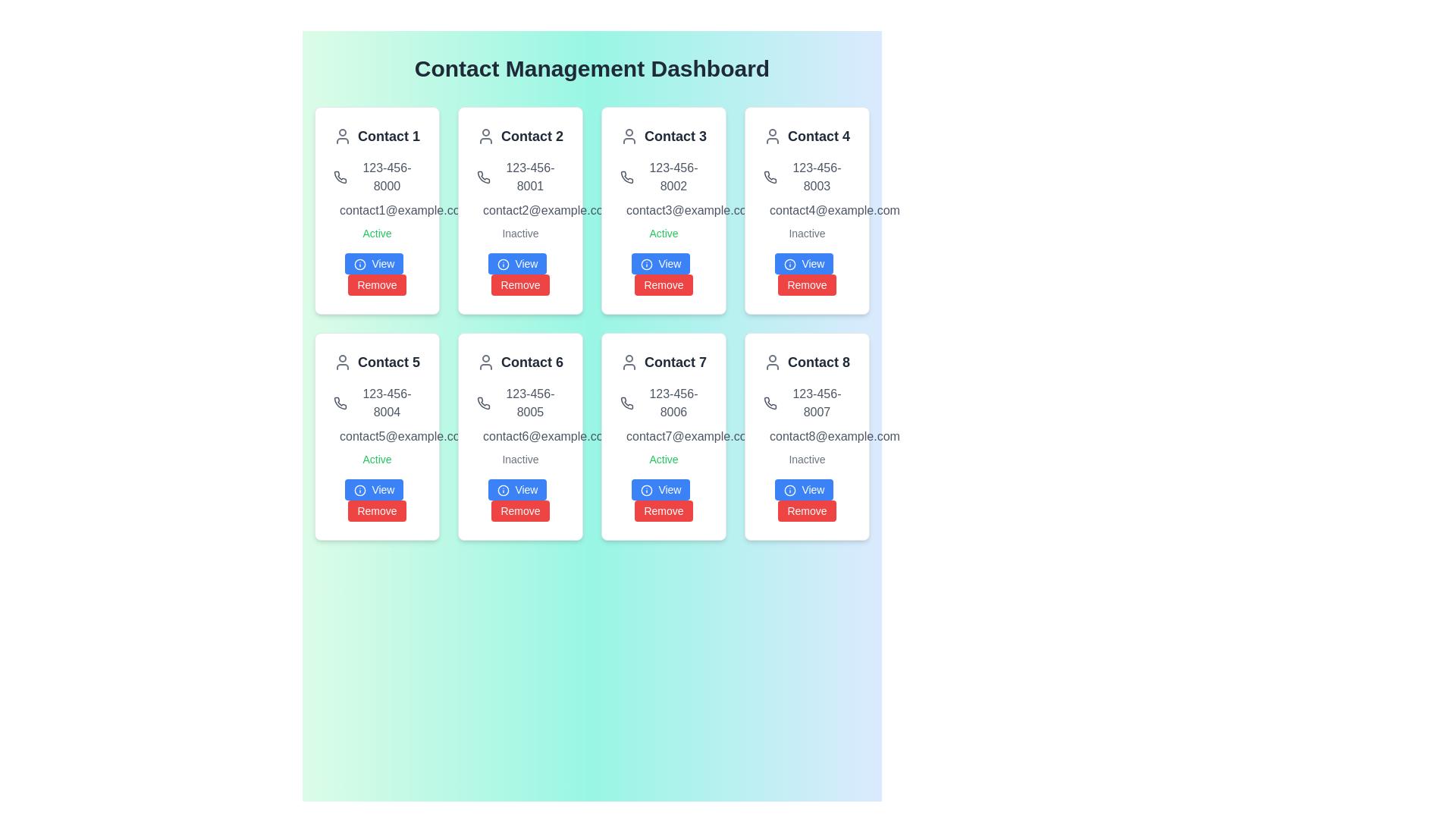  Describe the element at coordinates (629, 438) in the screenshot. I see `code of the SVG rectangle component representing the body of the envelope in the 'Contact 7' information card located to the left of the email address` at that location.